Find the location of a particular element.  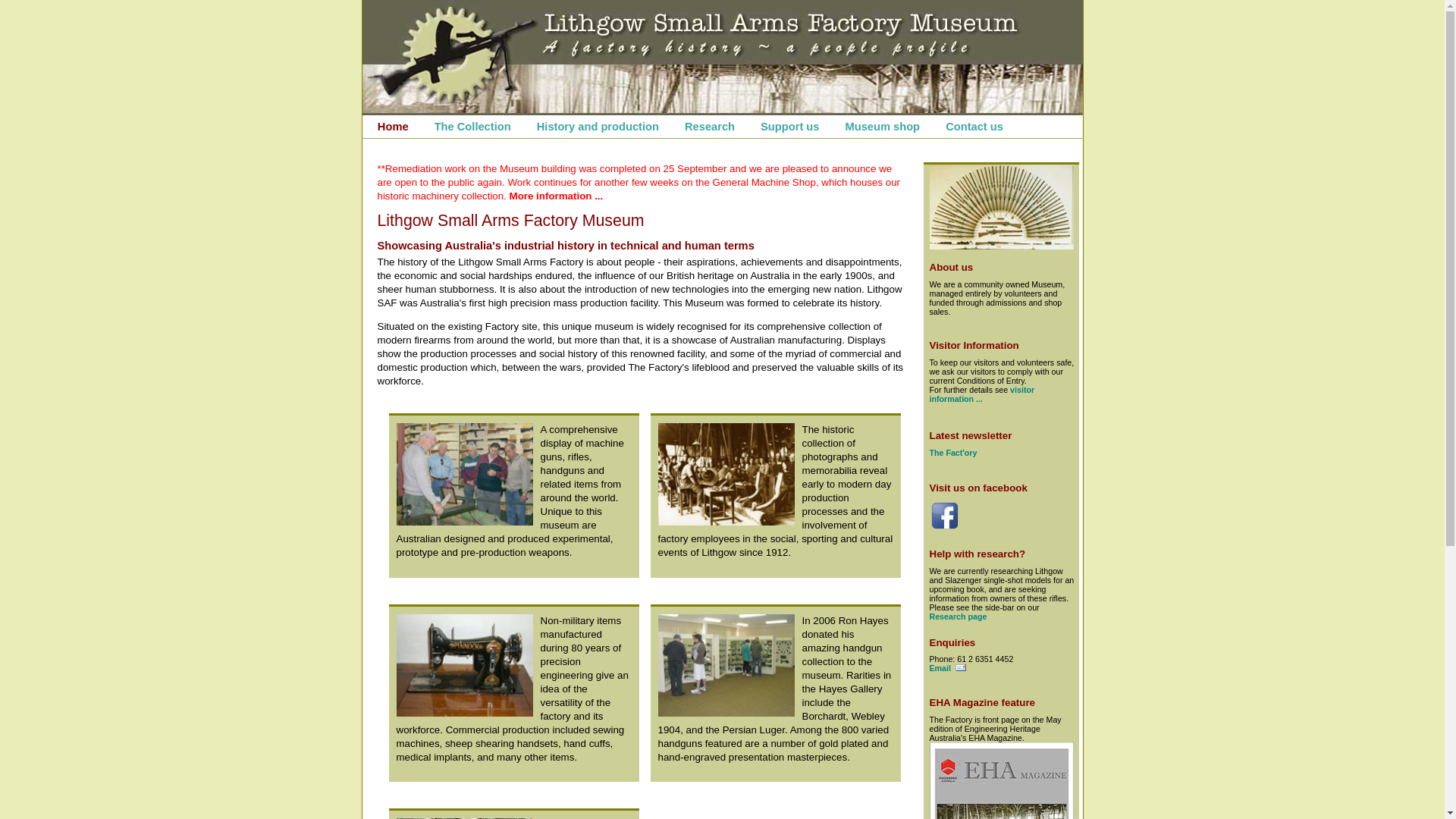

'Museum shop' is located at coordinates (883, 125).